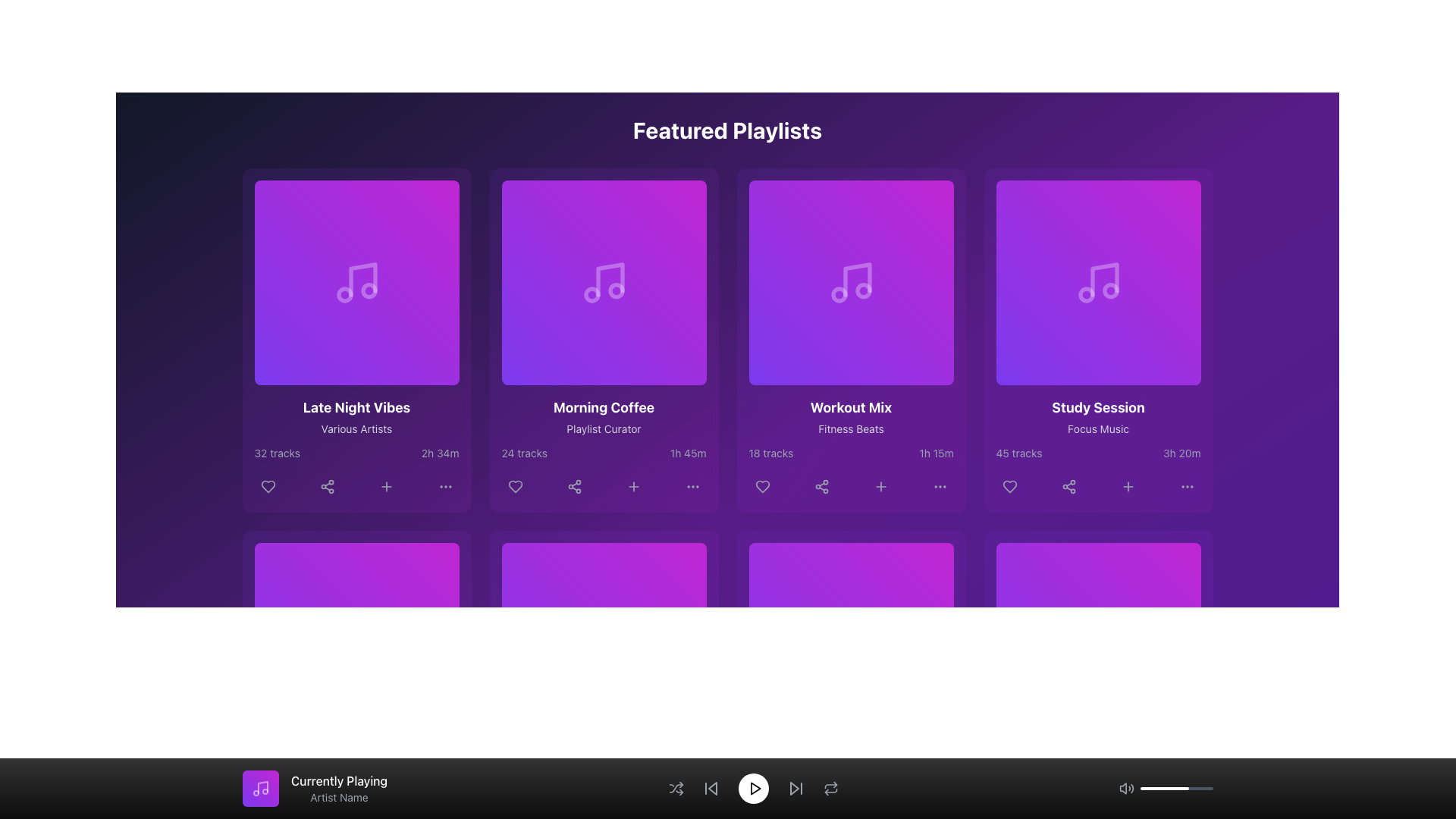 The width and height of the screenshot is (1456, 819). What do you see at coordinates (851, 283) in the screenshot?
I see `the Circular button with a play icon` at bounding box center [851, 283].